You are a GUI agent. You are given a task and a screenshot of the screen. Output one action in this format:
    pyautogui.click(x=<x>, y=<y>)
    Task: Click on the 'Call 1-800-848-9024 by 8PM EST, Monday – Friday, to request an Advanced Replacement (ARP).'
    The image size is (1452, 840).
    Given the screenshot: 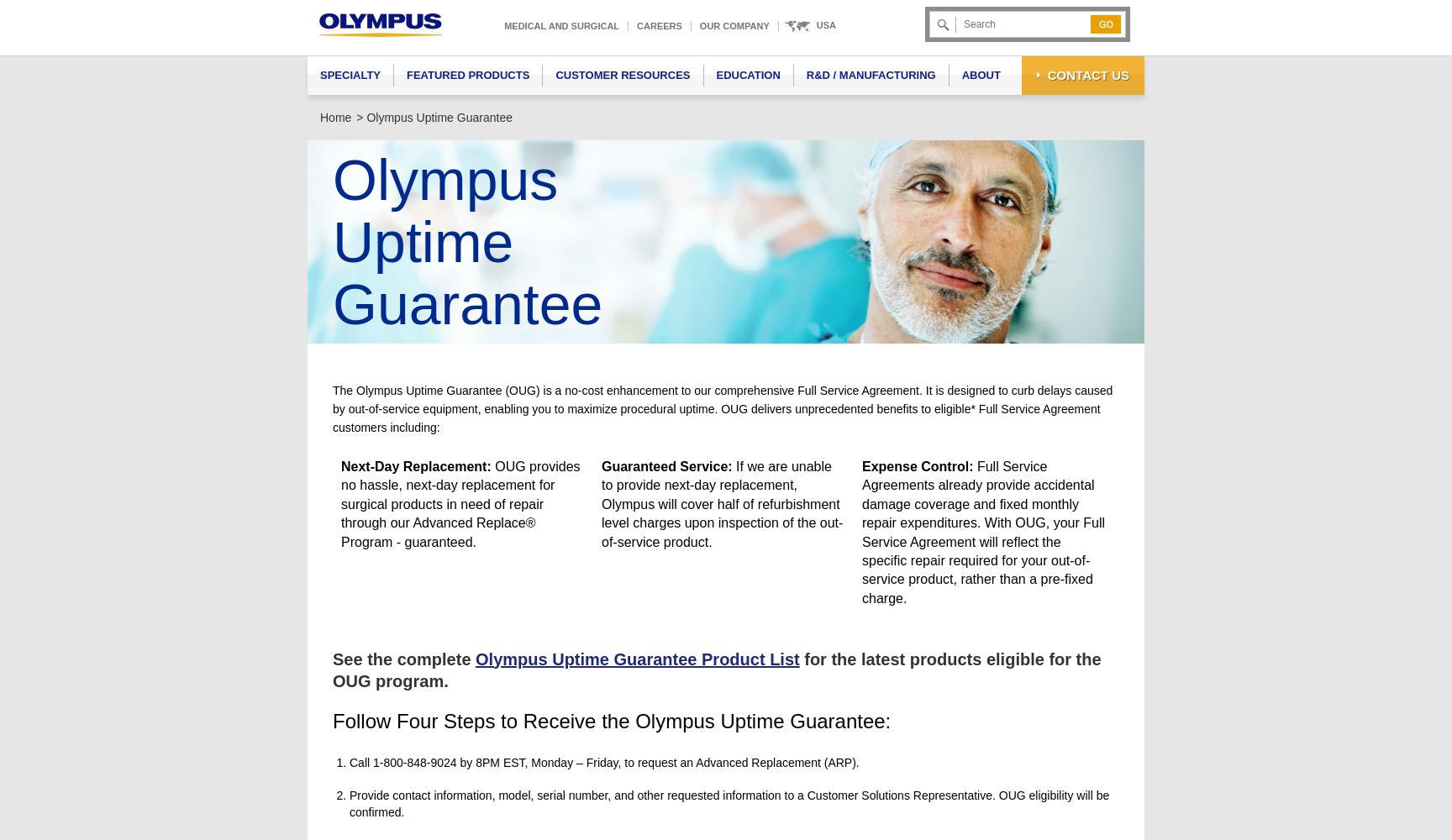 What is the action you would take?
    pyautogui.click(x=604, y=762)
    